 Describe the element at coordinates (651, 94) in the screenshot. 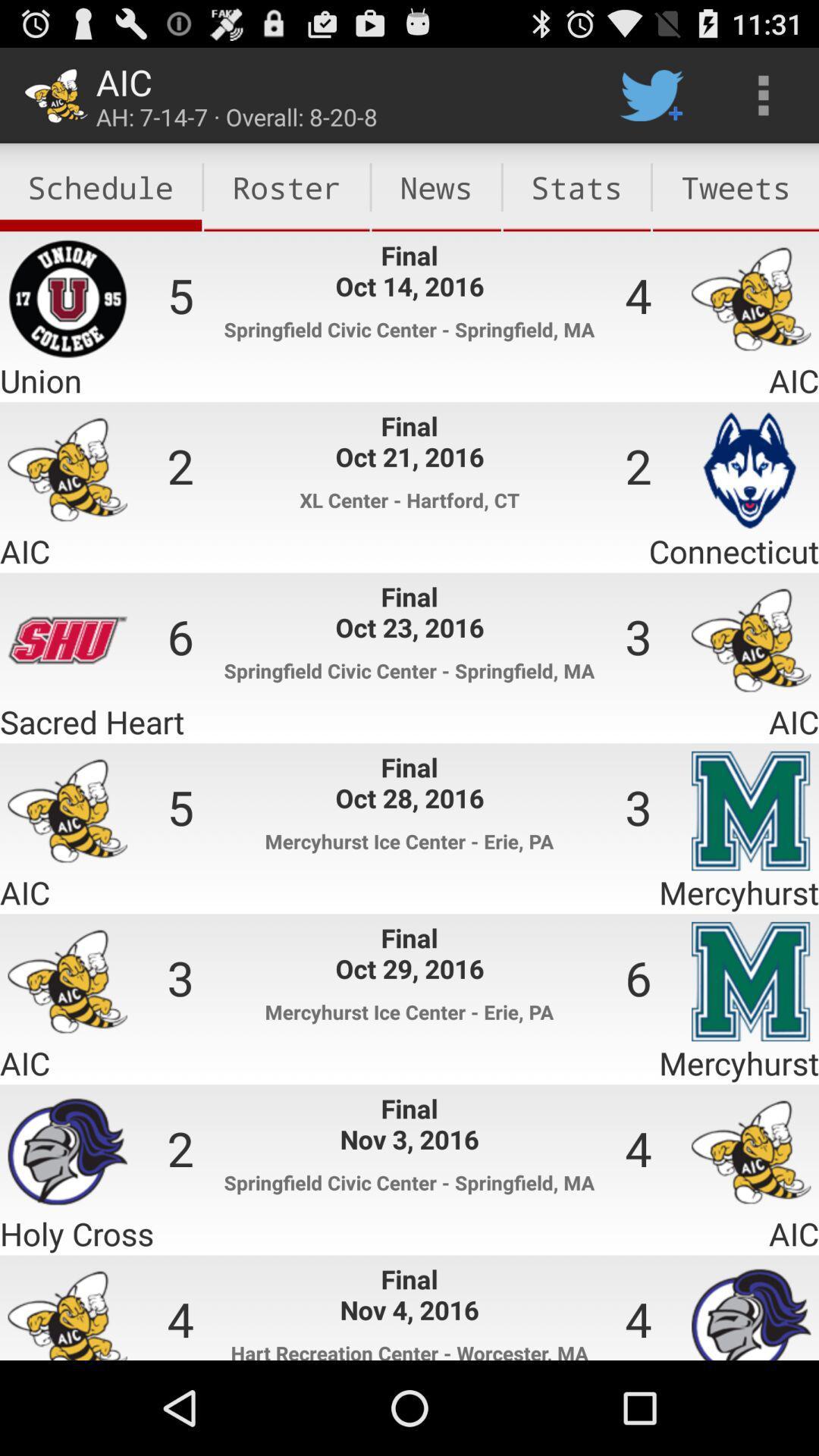

I see `item above the stats item` at that location.